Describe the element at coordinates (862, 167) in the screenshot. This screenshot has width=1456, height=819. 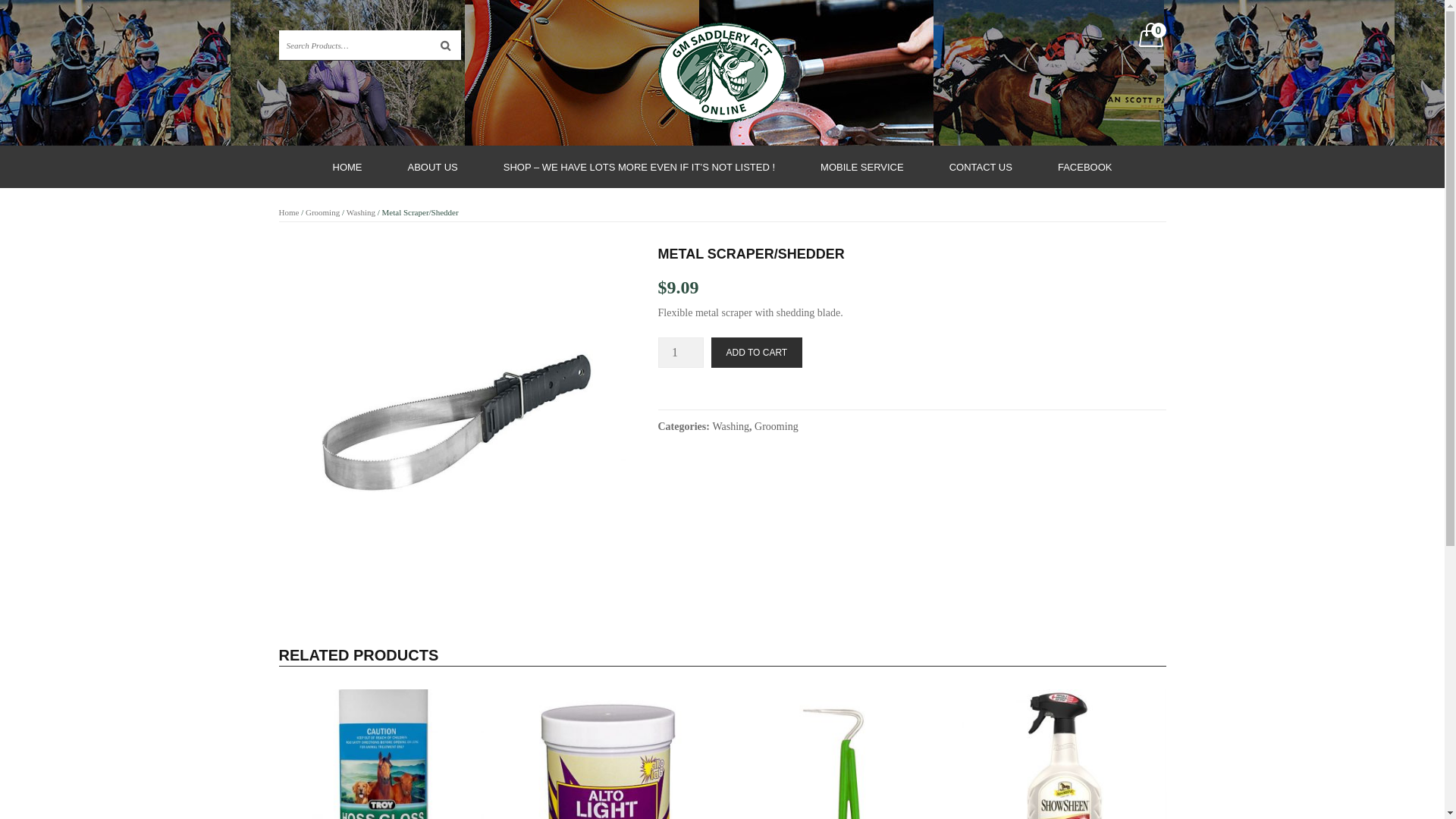
I see `'MOBILE SERVICE'` at that location.